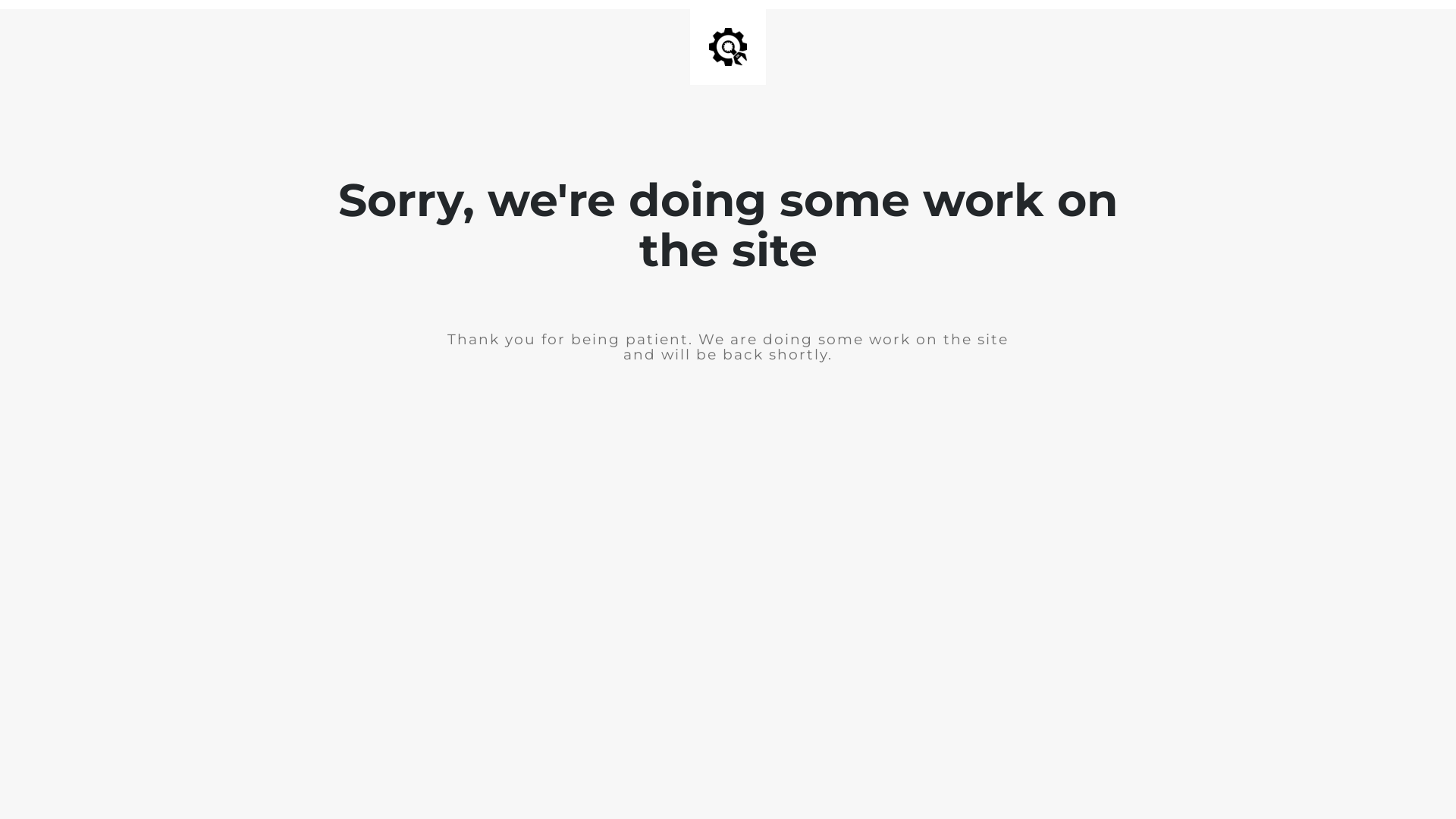 The height and width of the screenshot is (819, 1456). What do you see at coordinates (708, 45) in the screenshot?
I see `'Site is Under Construction'` at bounding box center [708, 45].